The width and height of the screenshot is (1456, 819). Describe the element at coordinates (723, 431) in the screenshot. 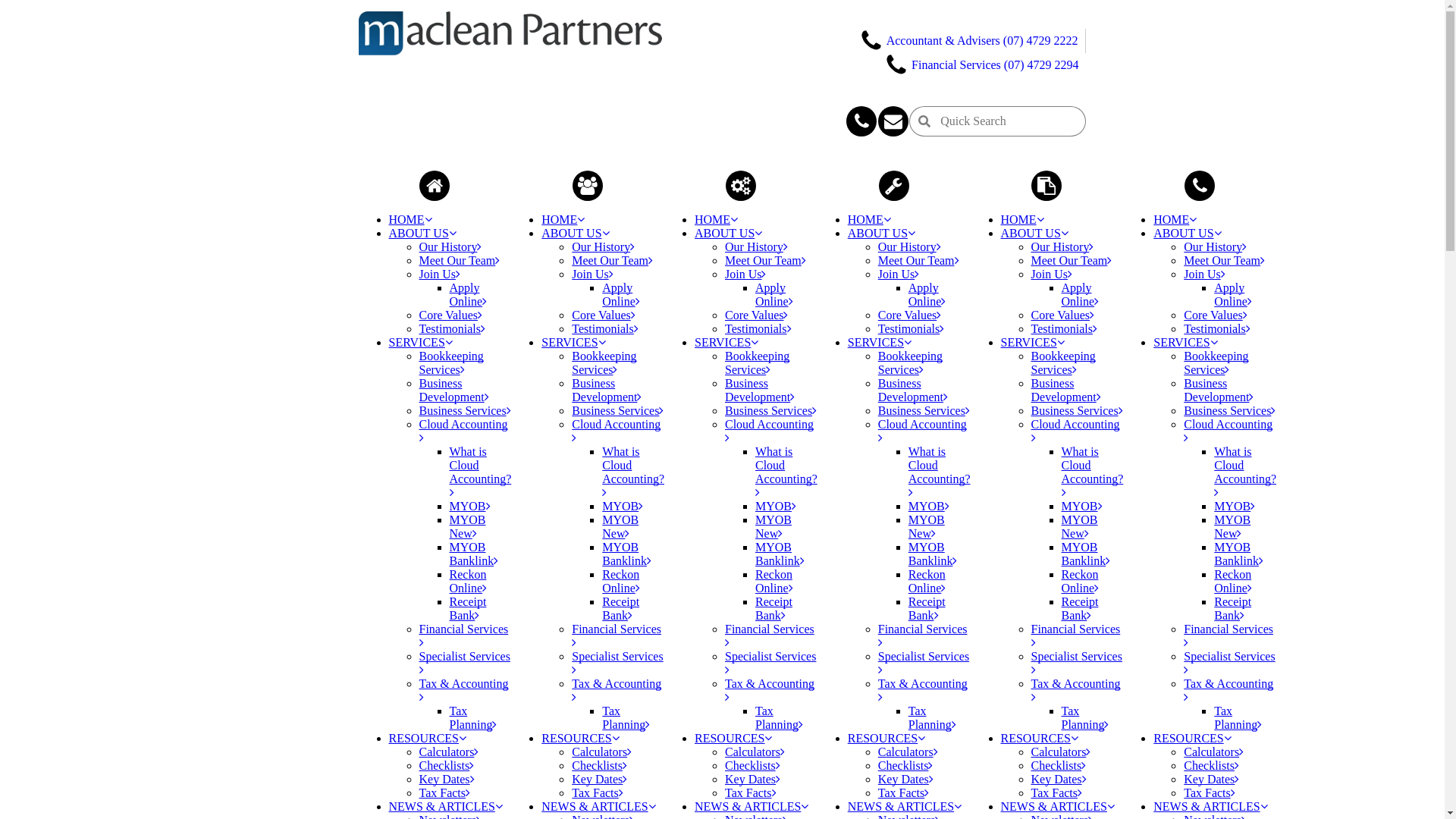

I see `'Cloud Accounting'` at that location.